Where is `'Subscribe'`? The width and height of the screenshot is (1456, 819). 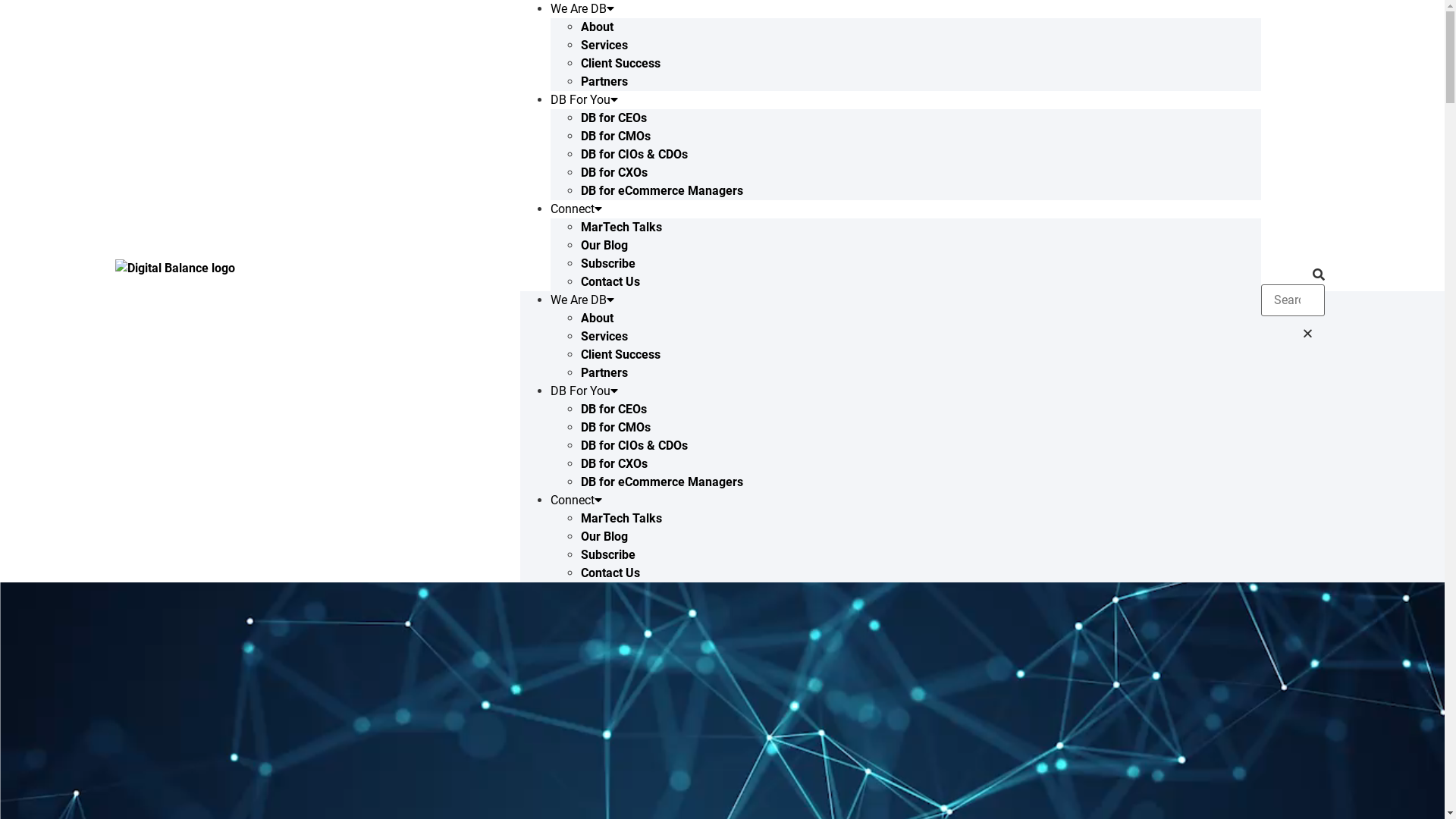
'Subscribe' is located at coordinates (607, 262).